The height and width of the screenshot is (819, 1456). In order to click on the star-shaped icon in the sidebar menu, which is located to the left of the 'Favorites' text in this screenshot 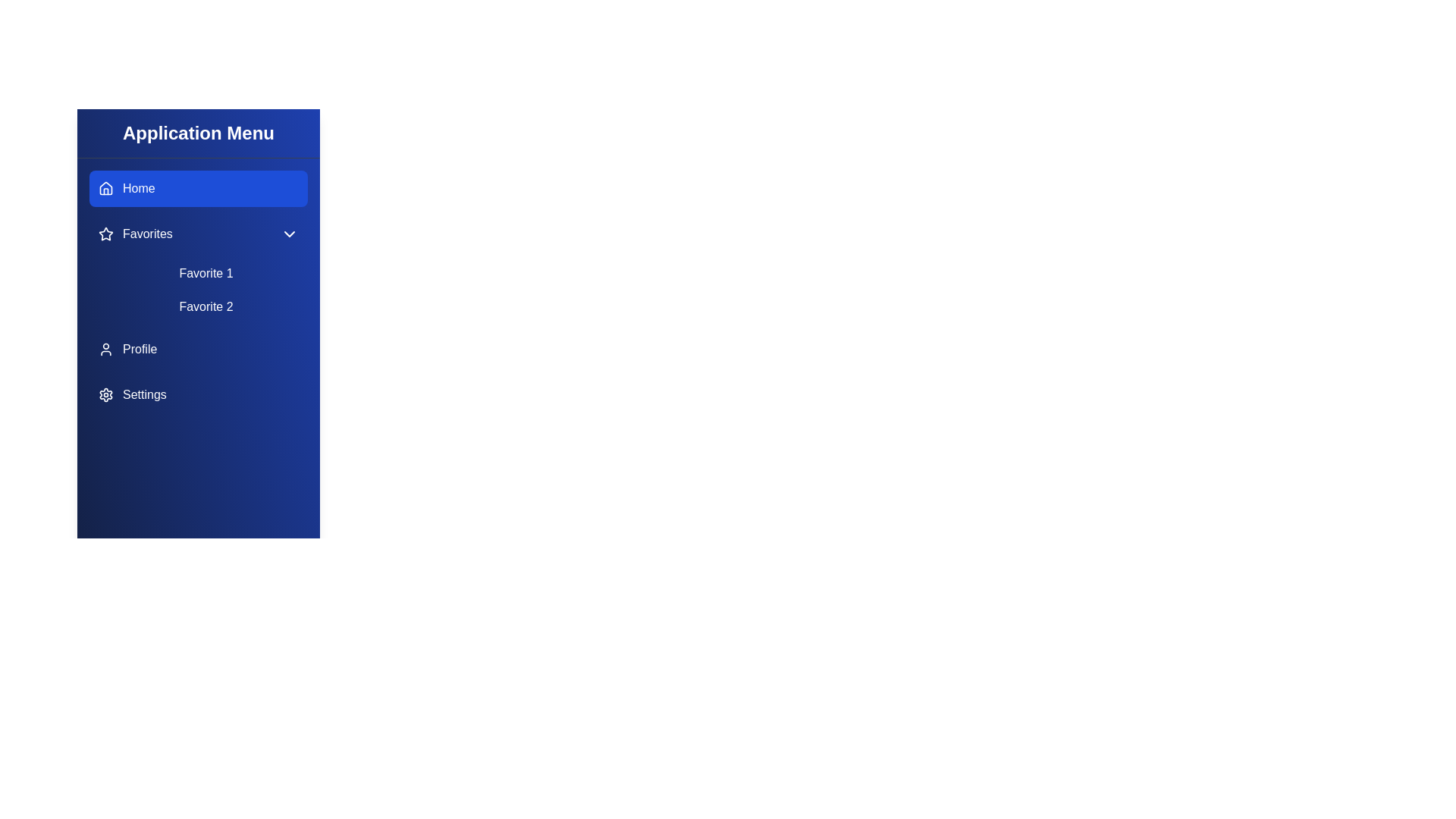, I will do `click(105, 234)`.